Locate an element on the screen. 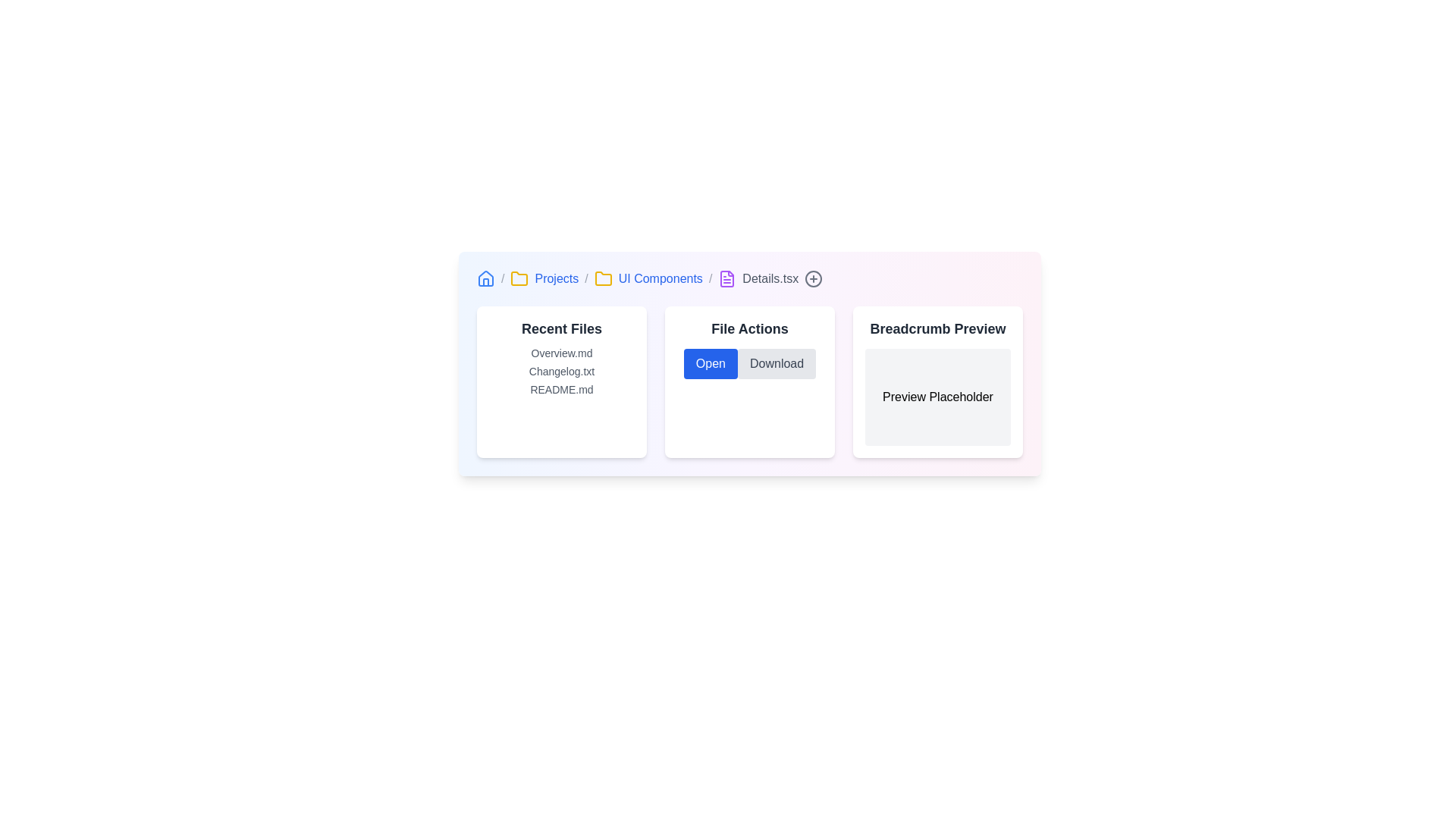  file names listed in the 'Recent Files' card, which has a white background and rounded corners, and contains the titles 'Overview.md', 'Changelog.txt', and 'README.md' is located at coordinates (560, 381).